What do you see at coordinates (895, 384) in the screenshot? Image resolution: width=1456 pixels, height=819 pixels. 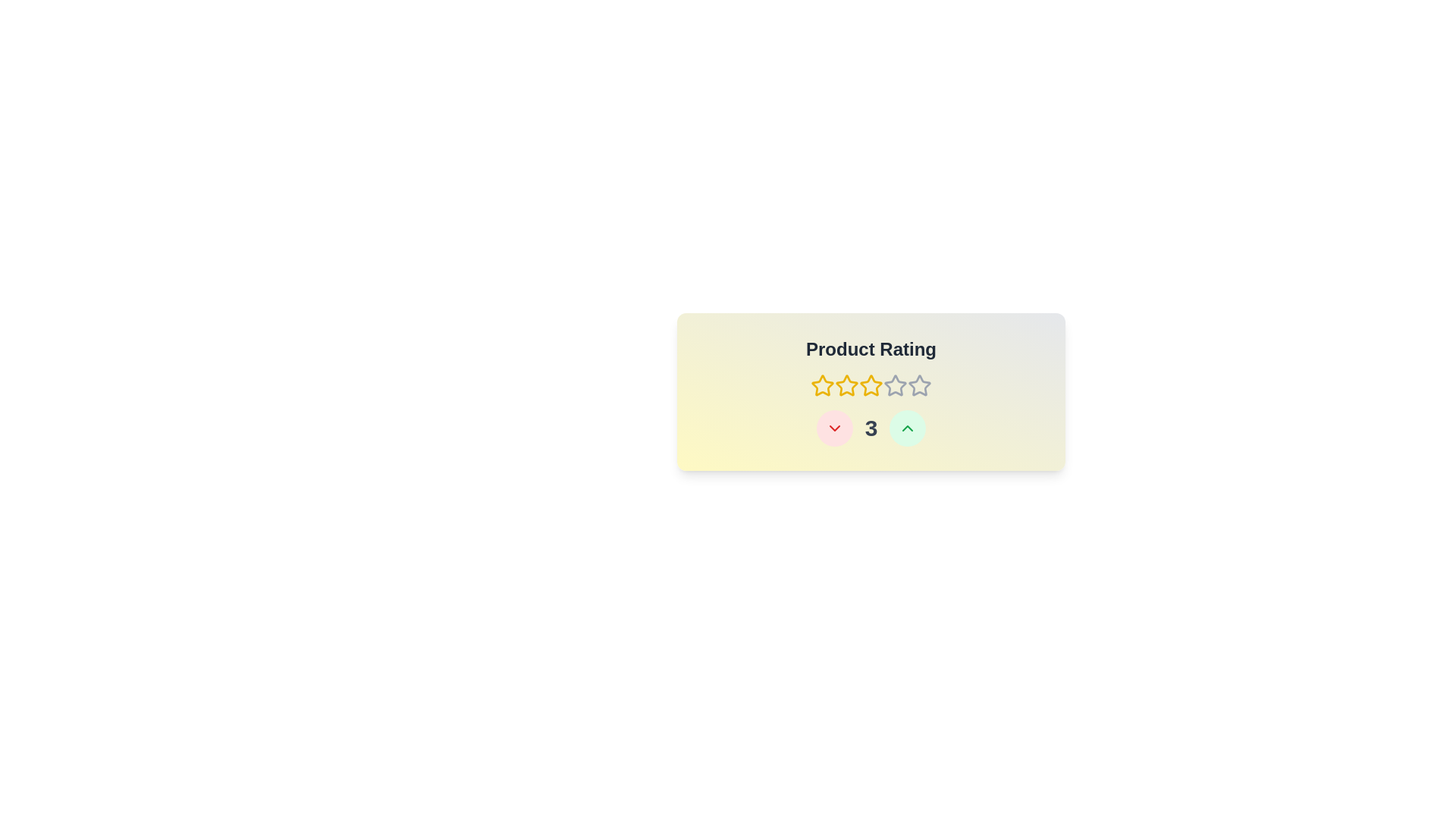 I see `the fourth star in the sequence of five rating stars under the 'Product Rating' label` at bounding box center [895, 384].